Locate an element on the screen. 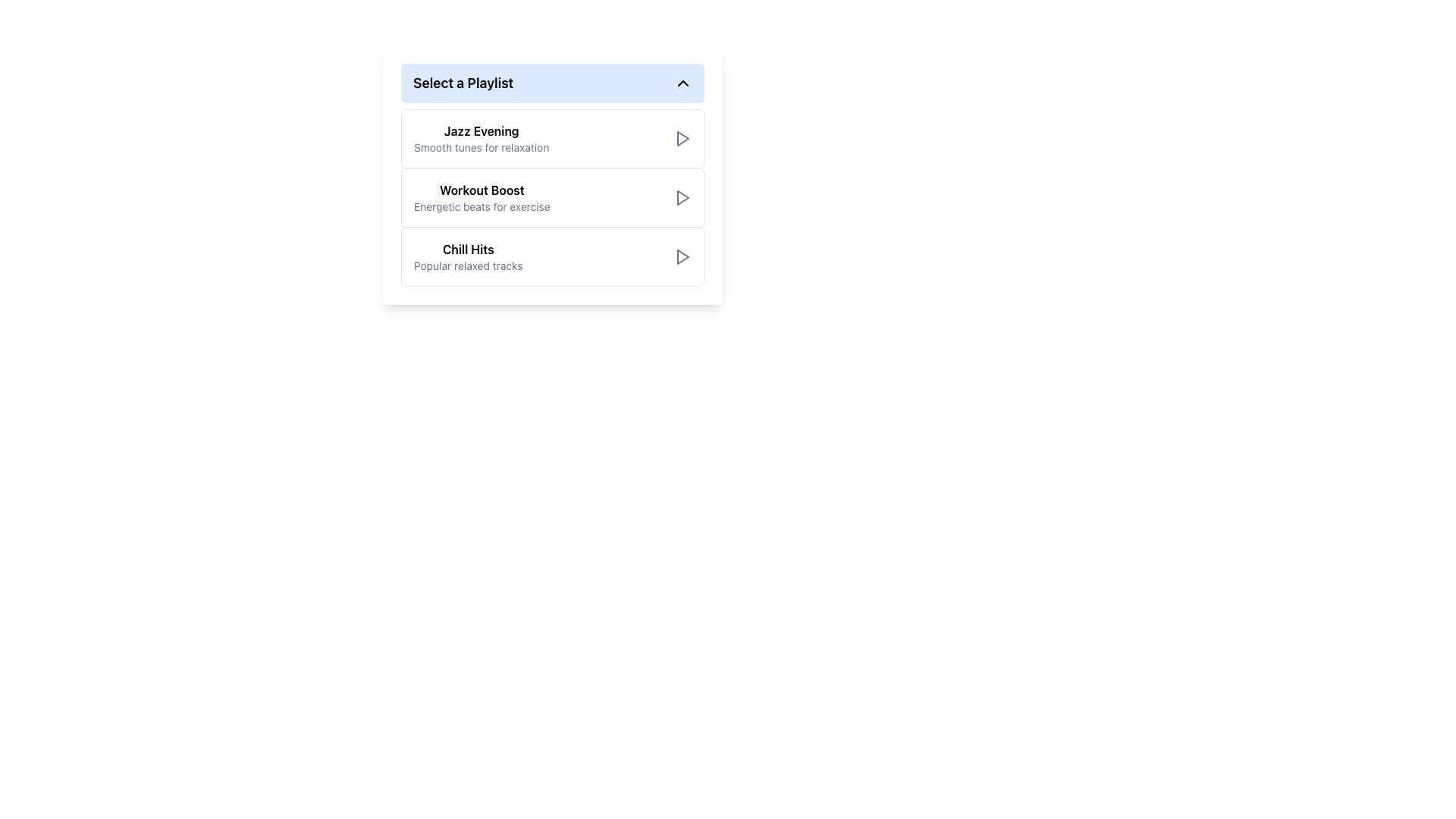  the text label that displays 'Energetic beats for exercise', located under the 'Workout Boost' title in the second card of the playlist selection list is located at coordinates (481, 207).